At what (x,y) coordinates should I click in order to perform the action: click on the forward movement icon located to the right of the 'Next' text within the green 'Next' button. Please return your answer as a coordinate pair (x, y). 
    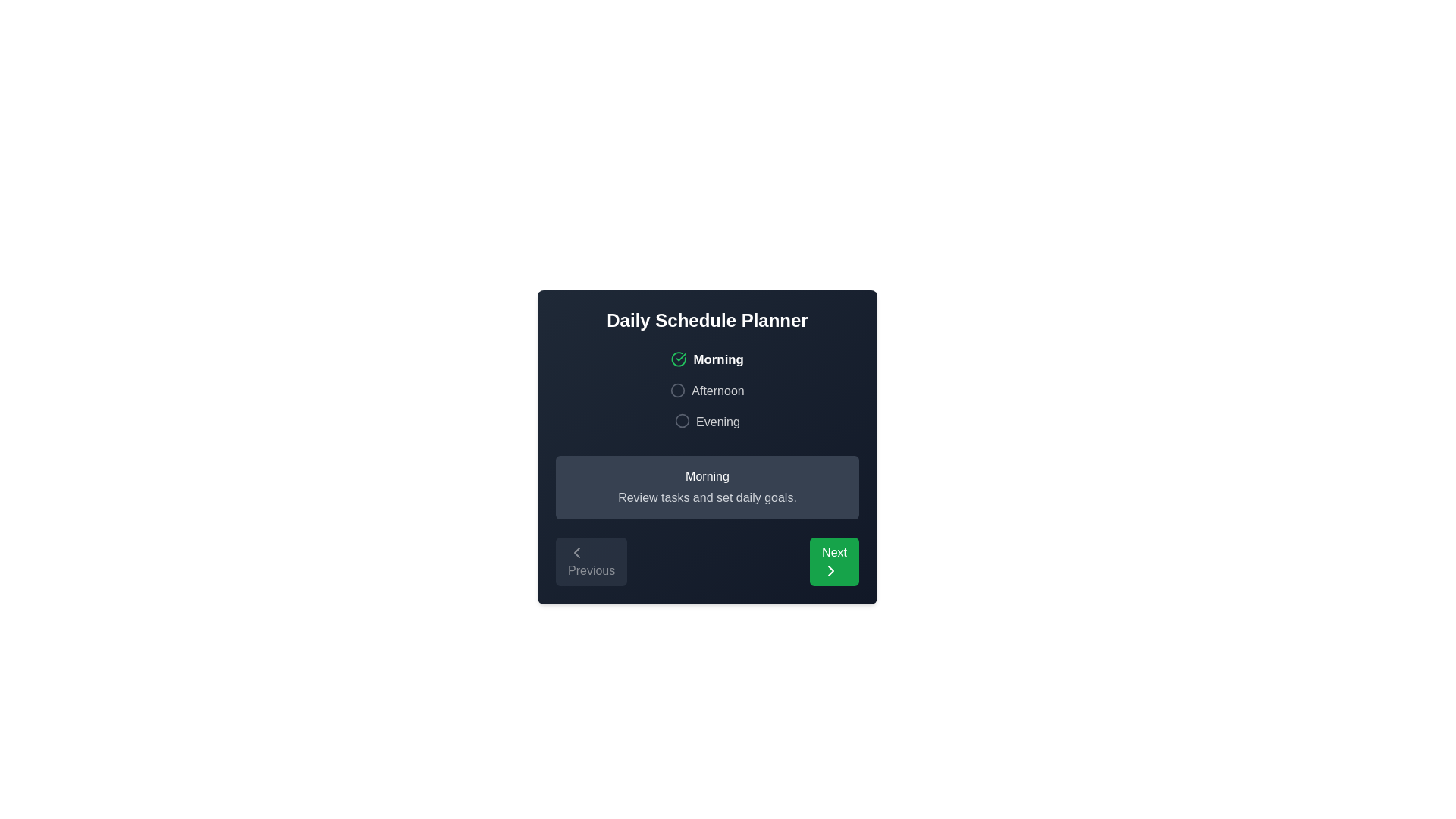
    Looking at the image, I should click on (830, 571).